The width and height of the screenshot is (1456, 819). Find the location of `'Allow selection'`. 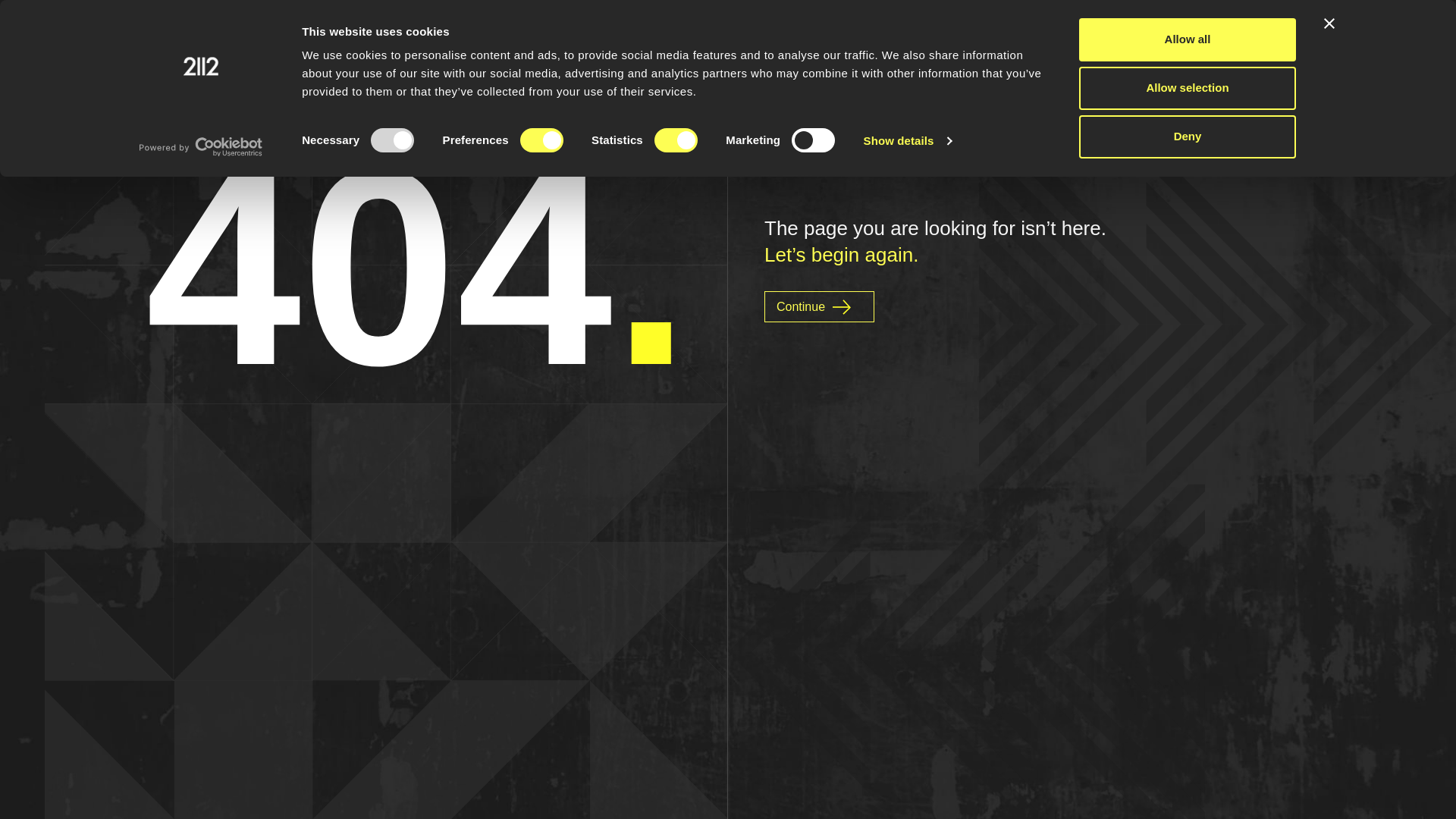

'Allow selection' is located at coordinates (1186, 88).